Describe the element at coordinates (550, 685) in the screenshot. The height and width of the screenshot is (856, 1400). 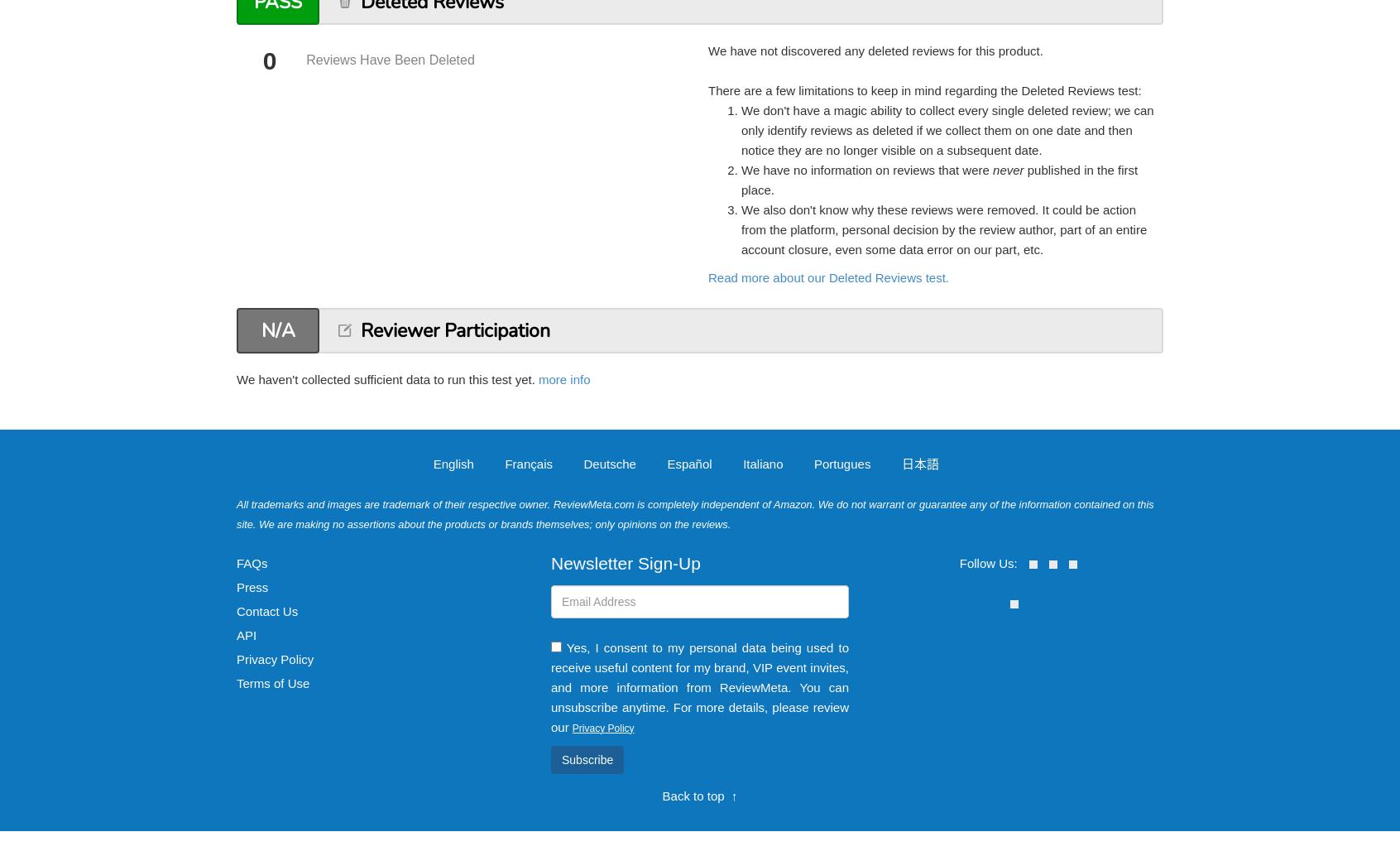
I see `'Yes, I consent to my personal data being used to receive useful content for my brand, 
                                         VIP event invites, and more information from ReviewMeta.
                                         You can unsubscribe anytime. For more details, please review our'` at that location.